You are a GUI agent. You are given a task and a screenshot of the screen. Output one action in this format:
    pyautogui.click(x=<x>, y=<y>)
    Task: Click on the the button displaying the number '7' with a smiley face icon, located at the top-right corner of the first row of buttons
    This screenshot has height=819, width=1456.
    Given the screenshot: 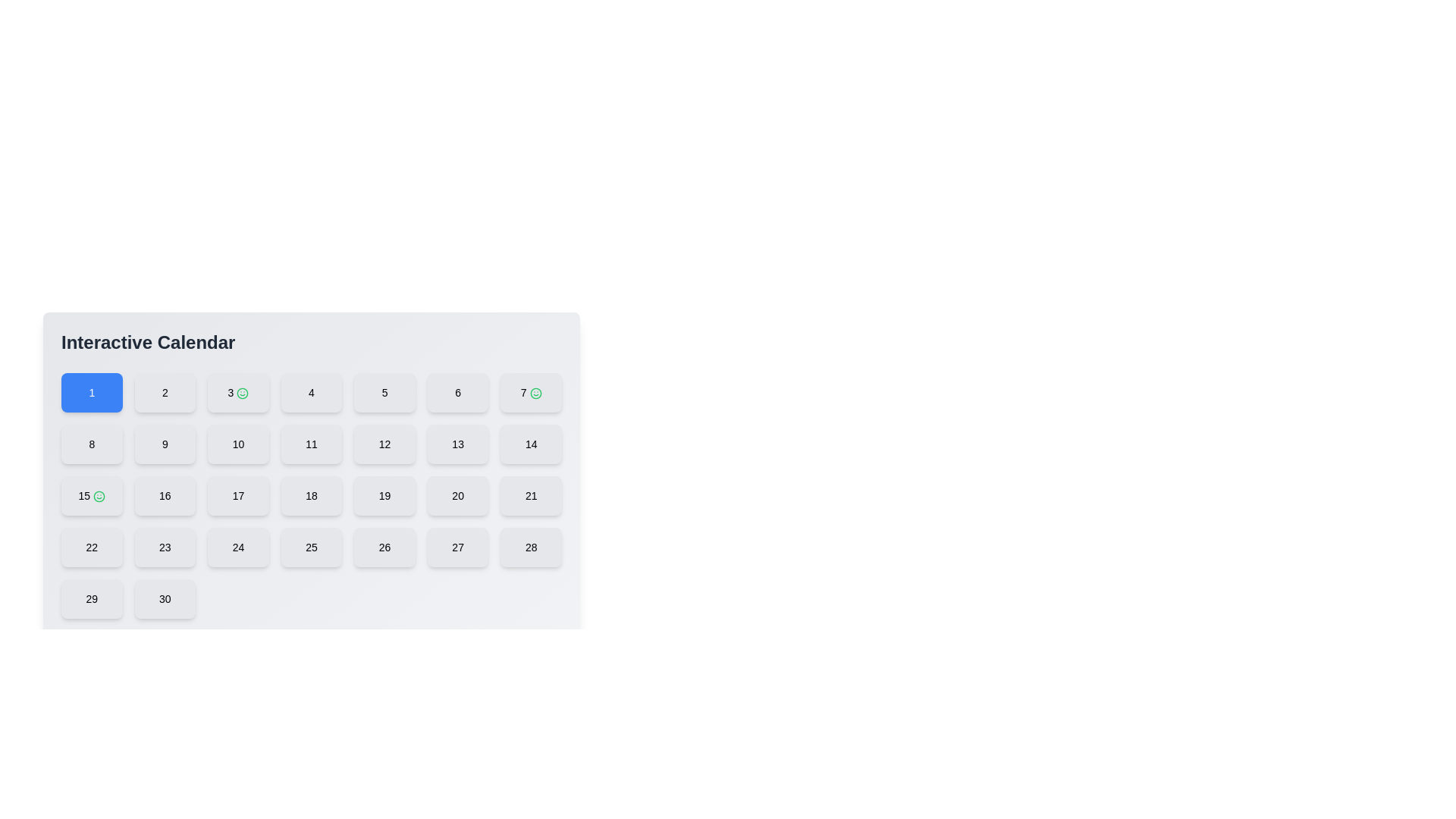 What is the action you would take?
    pyautogui.click(x=531, y=391)
    